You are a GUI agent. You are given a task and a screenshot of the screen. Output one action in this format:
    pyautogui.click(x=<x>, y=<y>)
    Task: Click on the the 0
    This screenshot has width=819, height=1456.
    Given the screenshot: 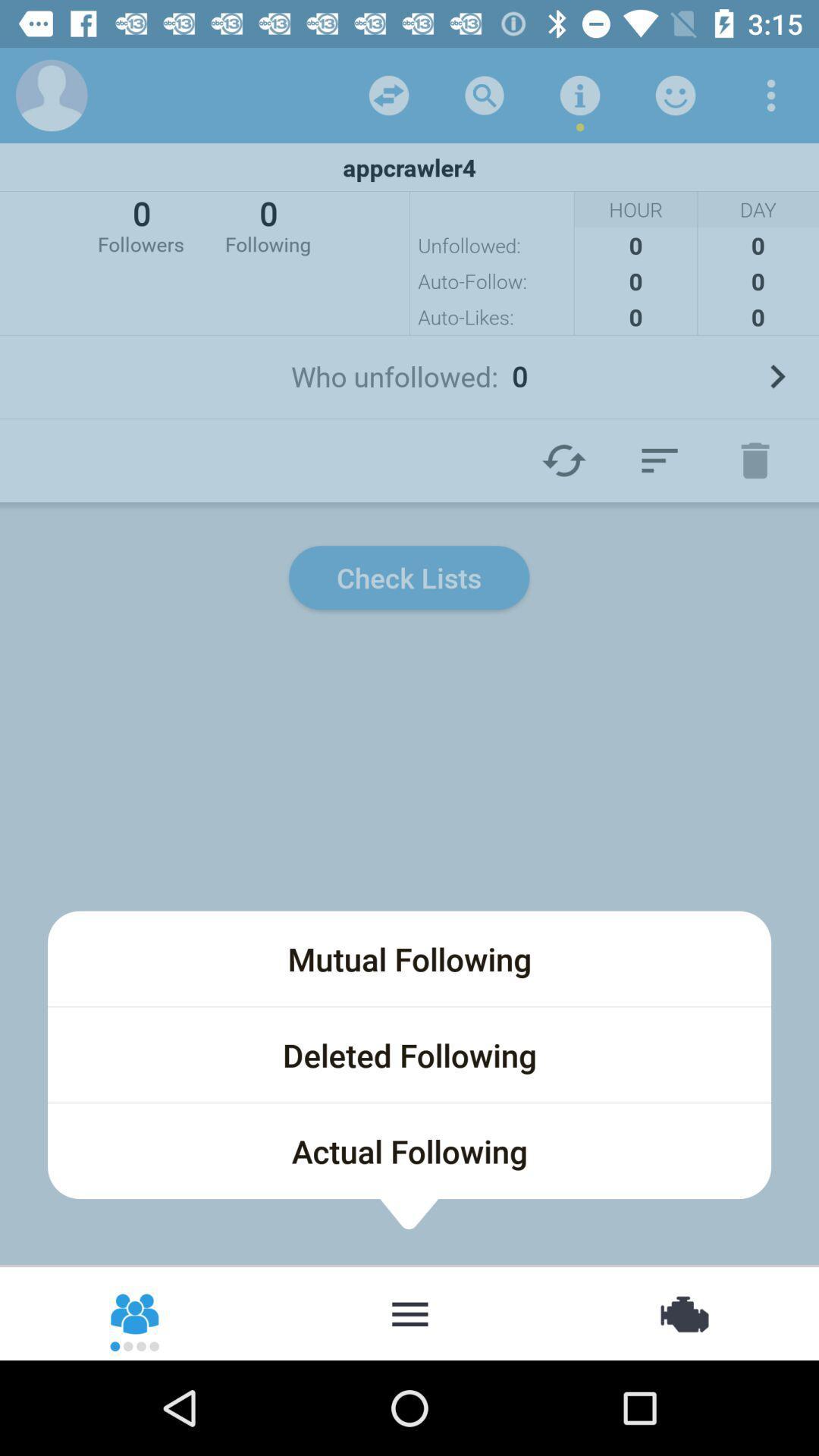 What is the action you would take?
    pyautogui.click(x=267, y=224)
    